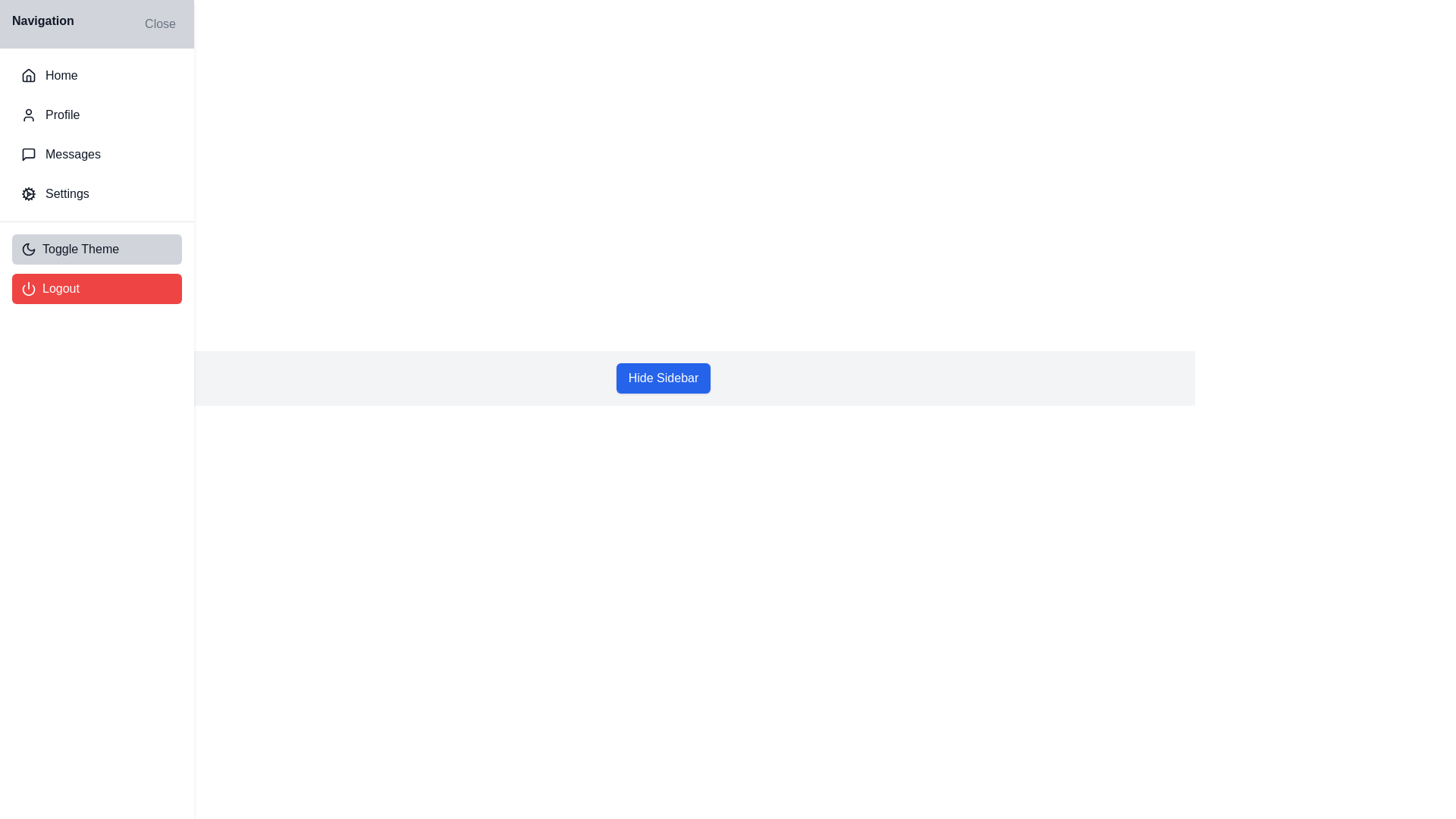 Image resolution: width=1456 pixels, height=819 pixels. Describe the element at coordinates (29, 193) in the screenshot. I see `the cogwheel icon, styled in dark color, located to the left of the 'Settings' text in the navigation sidebar` at that location.